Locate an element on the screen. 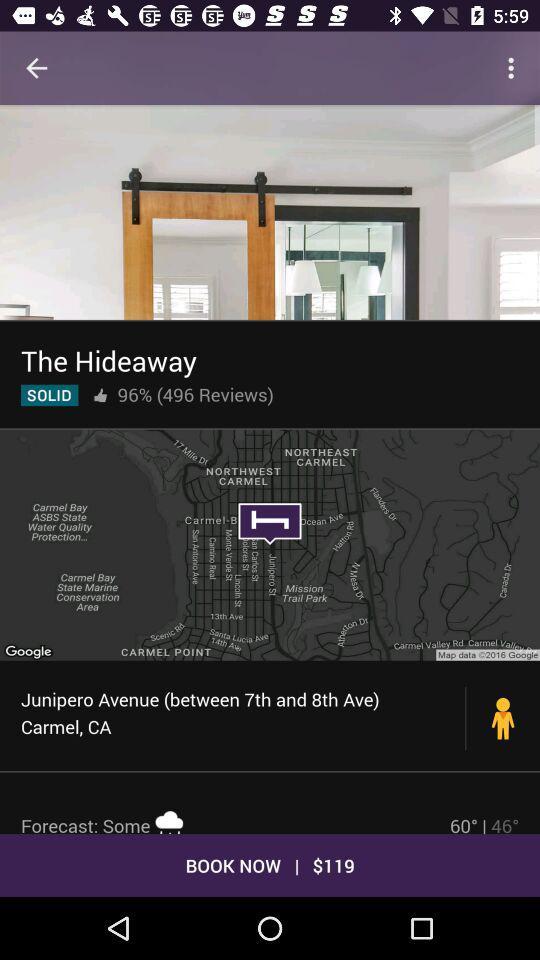  item to the right of junipero avenue between is located at coordinates (502, 718).